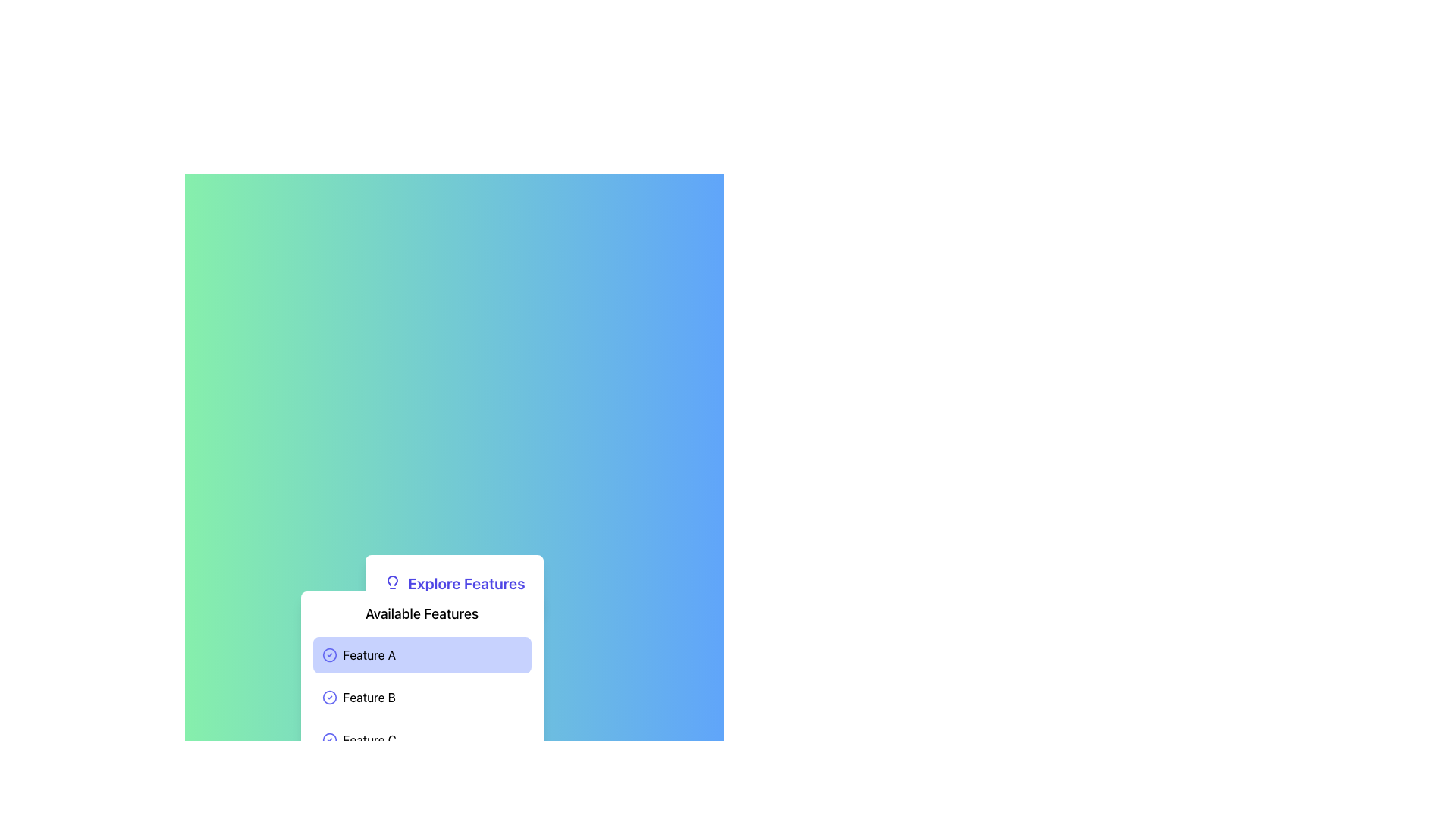 Image resolution: width=1456 pixels, height=819 pixels. I want to click on the indigo circular icon with a checkmark located on the left side of the row labeled 'Feature B' in the vertical list, so click(328, 698).